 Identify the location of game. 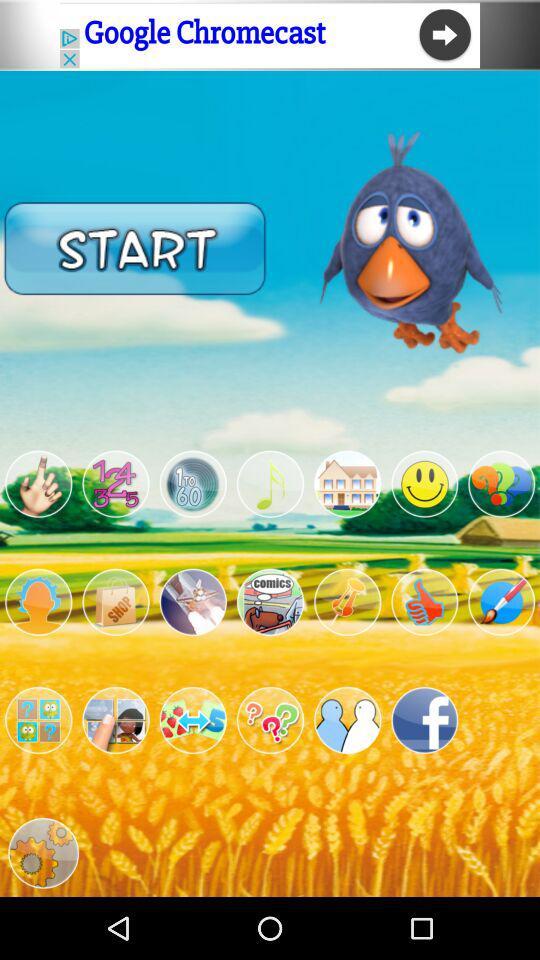
(346, 601).